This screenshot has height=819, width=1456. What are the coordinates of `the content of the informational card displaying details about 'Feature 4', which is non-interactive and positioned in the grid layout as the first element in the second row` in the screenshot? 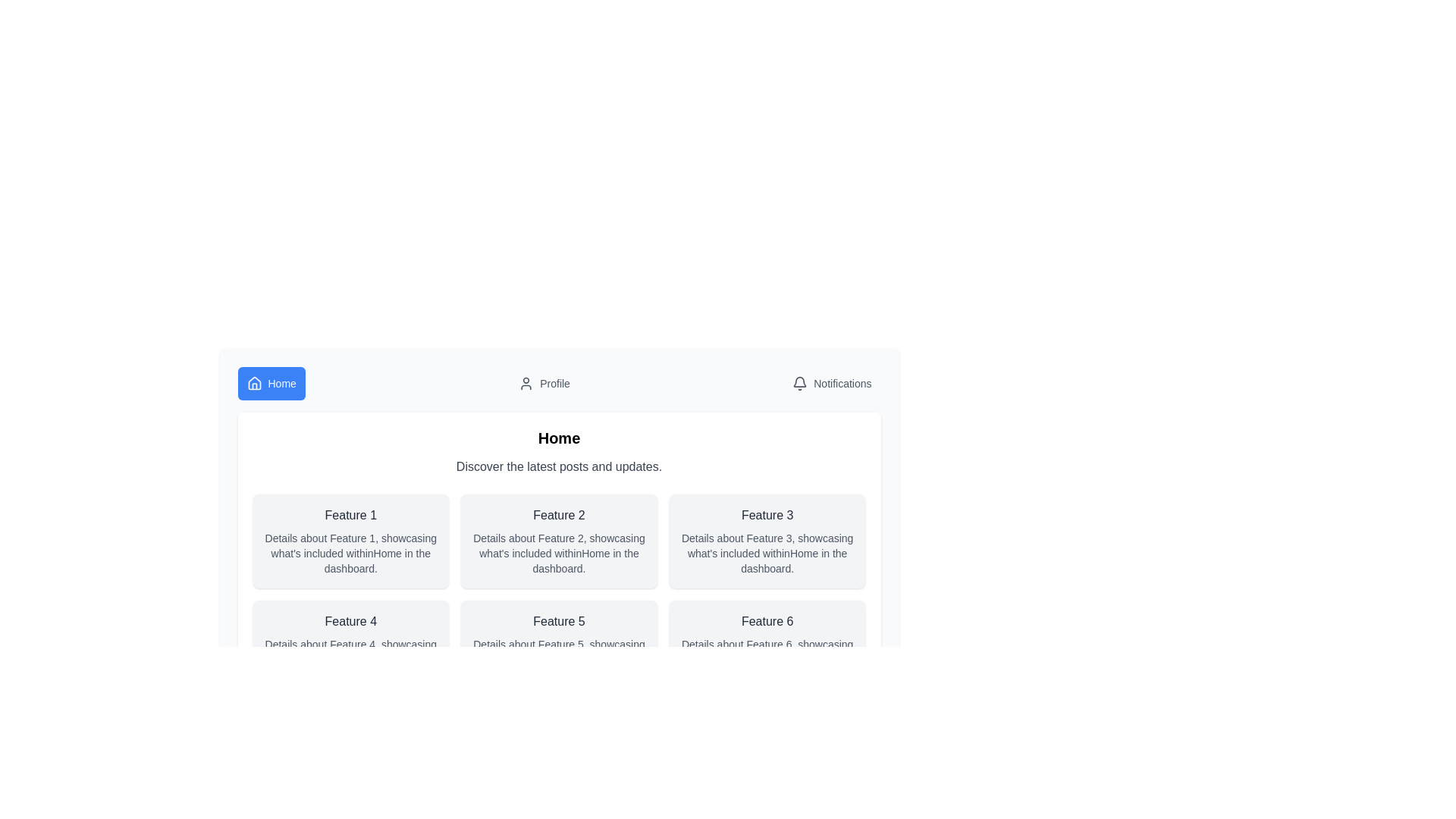 It's located at (350, 647).